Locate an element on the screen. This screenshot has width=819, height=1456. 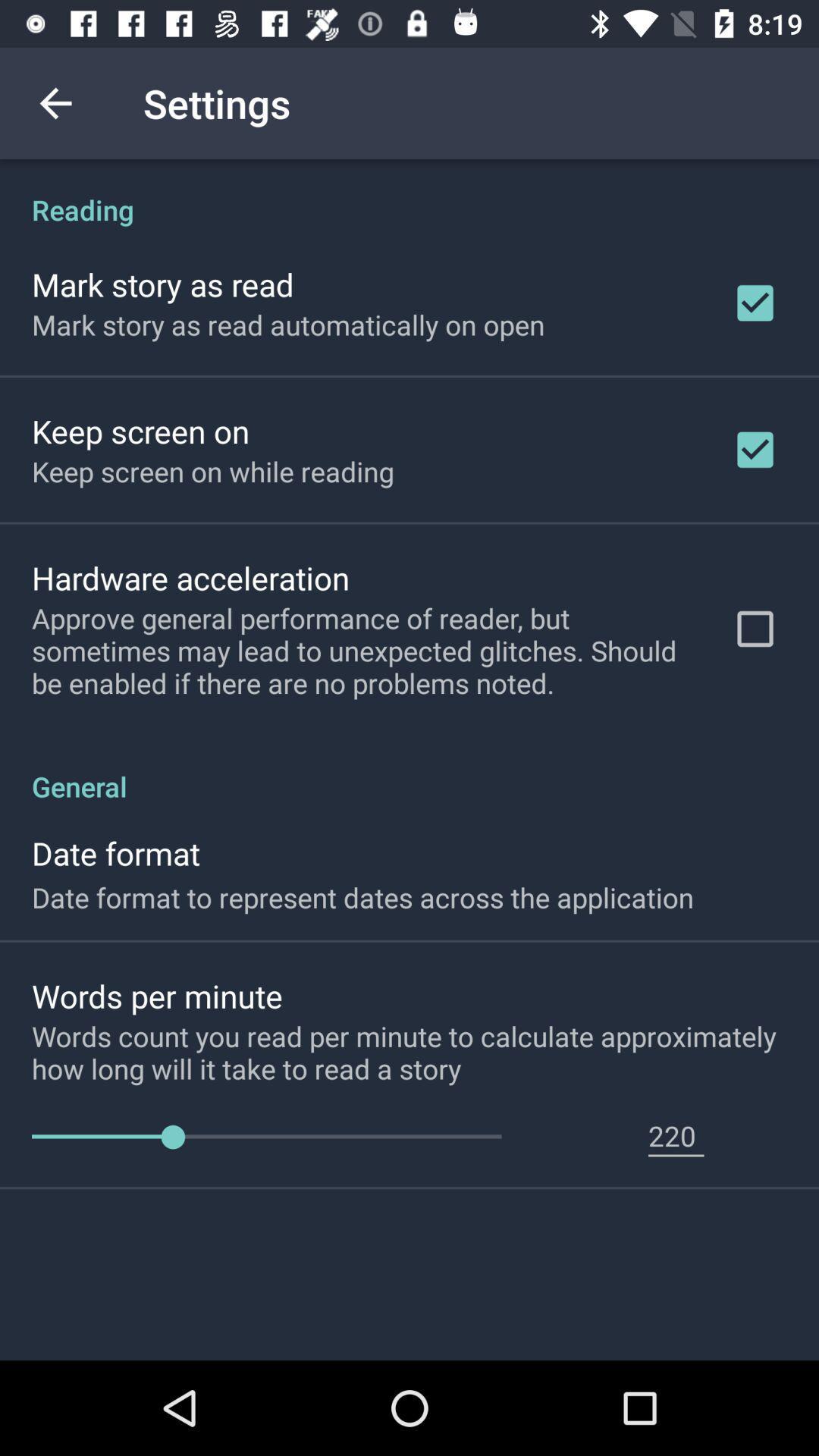
item below 220 is located at coordinates (675, 1154).